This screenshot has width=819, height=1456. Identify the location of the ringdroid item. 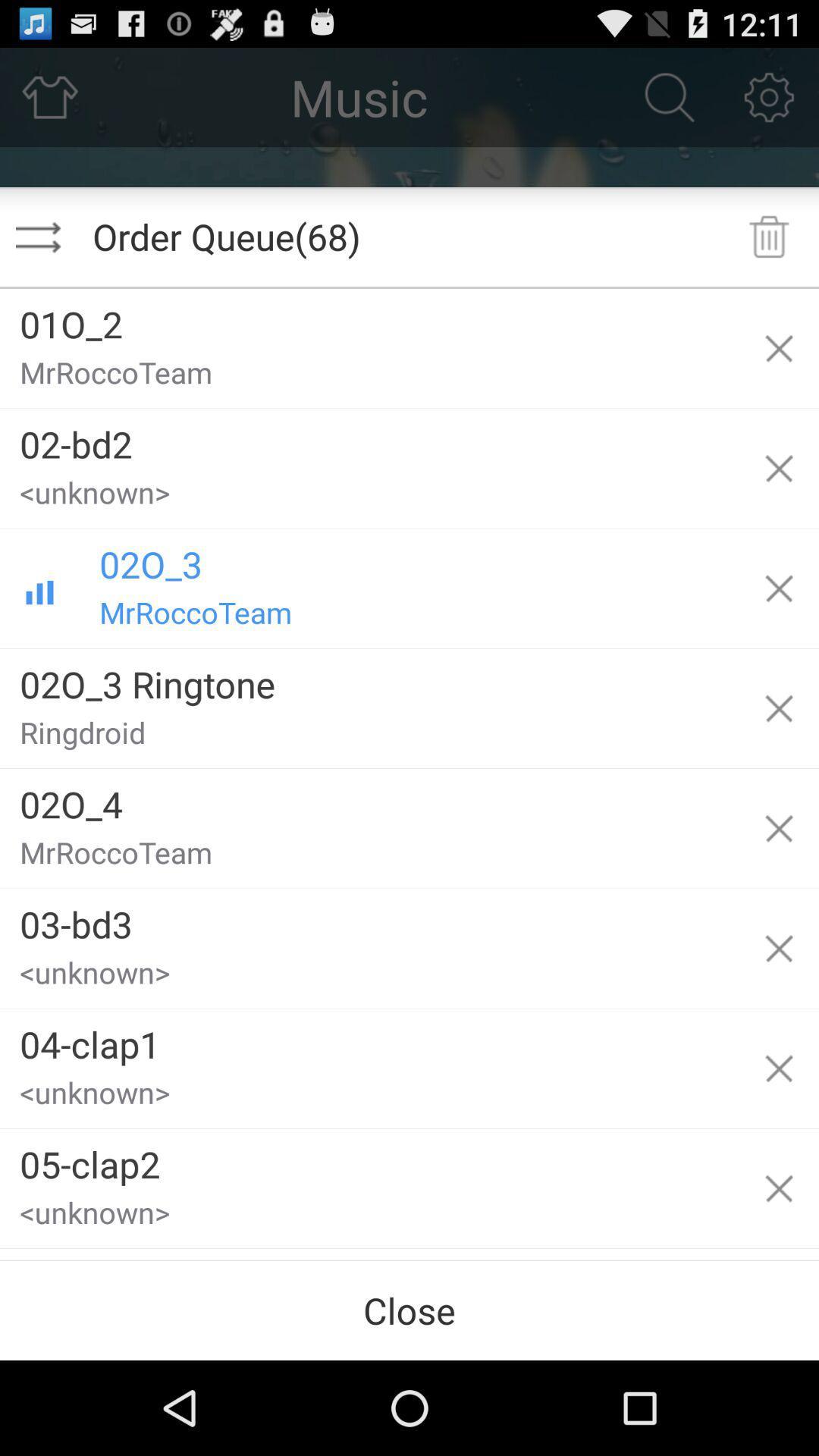
(369, 738).